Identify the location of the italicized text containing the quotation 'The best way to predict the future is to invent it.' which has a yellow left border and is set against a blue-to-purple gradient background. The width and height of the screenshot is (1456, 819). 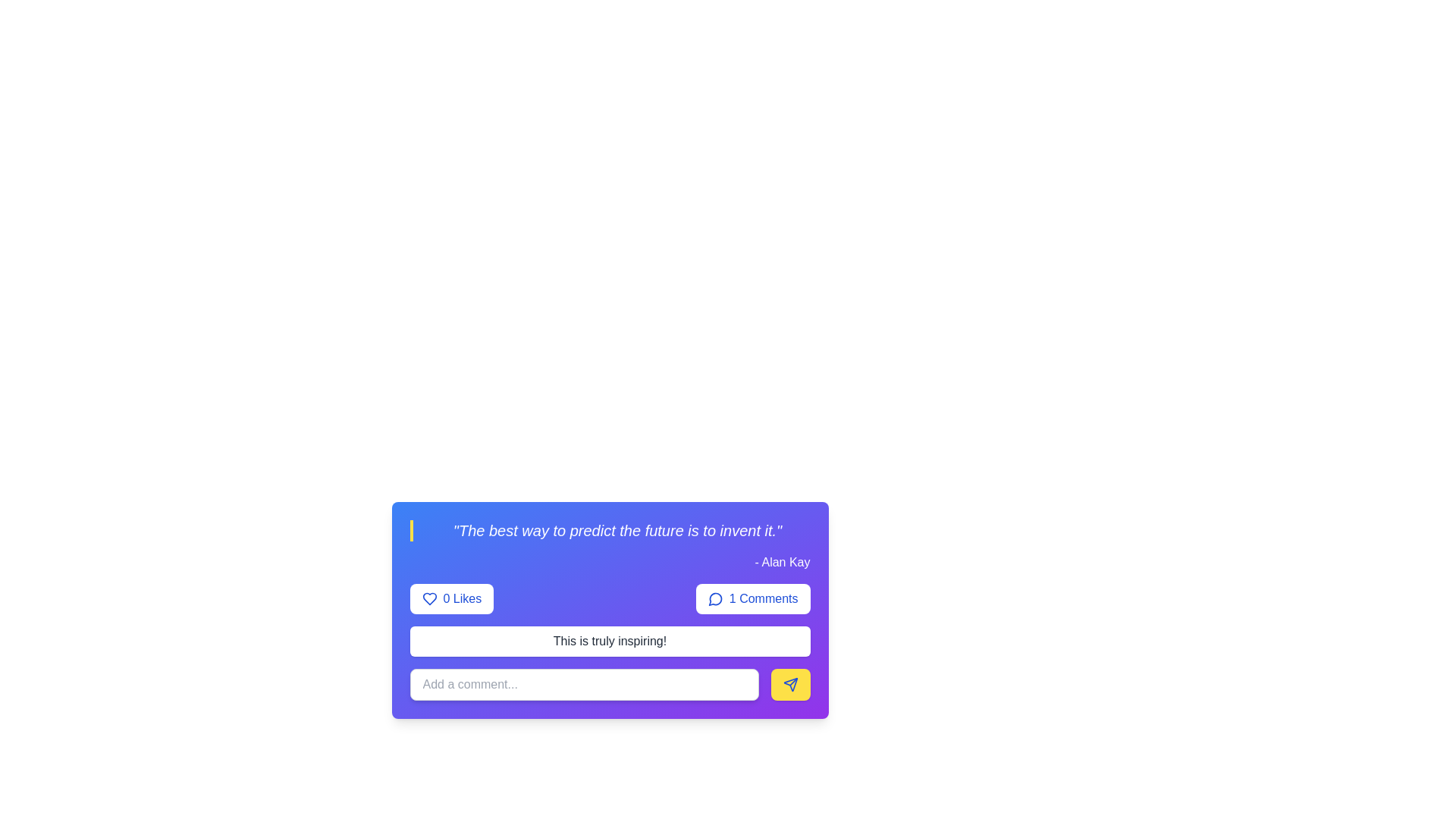
(610, 529).